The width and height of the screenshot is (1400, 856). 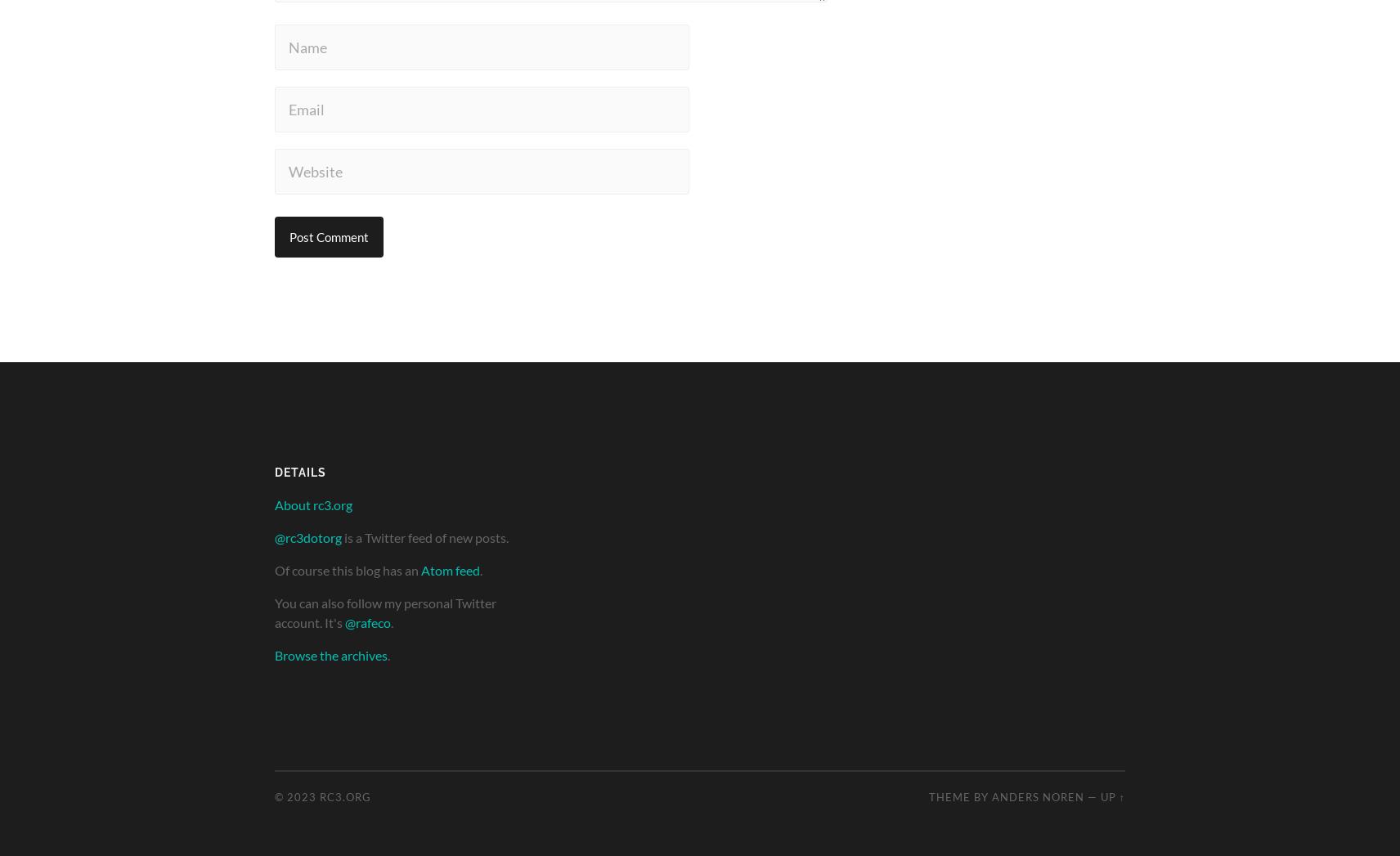 I want to click on 'is a Twitter feed of new posts.', so click(x=424, y=536).